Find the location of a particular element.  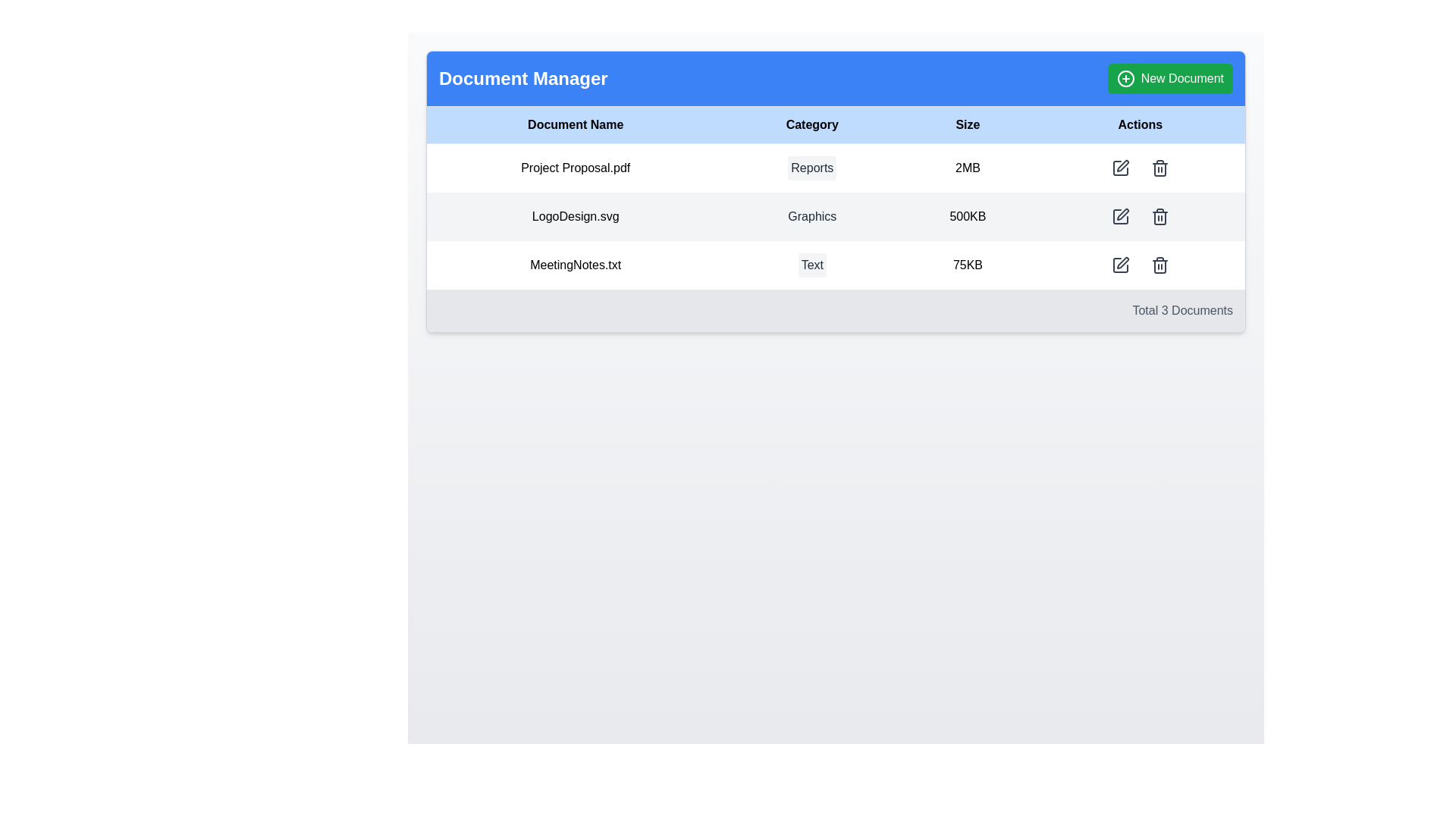

the create new document button located in the top-right corner of the blue header bar labeled 'Document Manager' is located at coordinates (1169, 79).